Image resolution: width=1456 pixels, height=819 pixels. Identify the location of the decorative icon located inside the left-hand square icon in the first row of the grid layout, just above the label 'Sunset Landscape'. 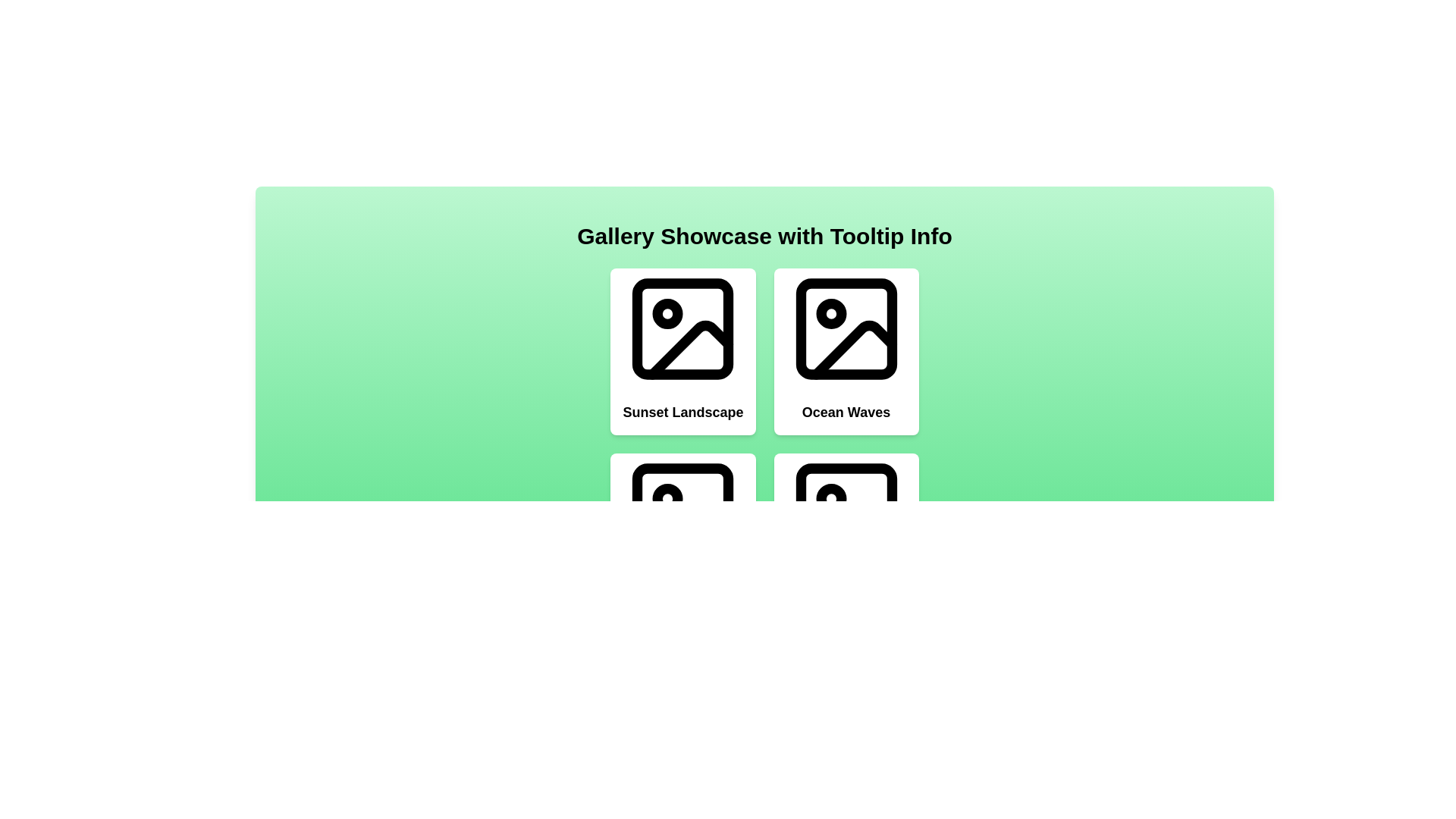
(690, 350).